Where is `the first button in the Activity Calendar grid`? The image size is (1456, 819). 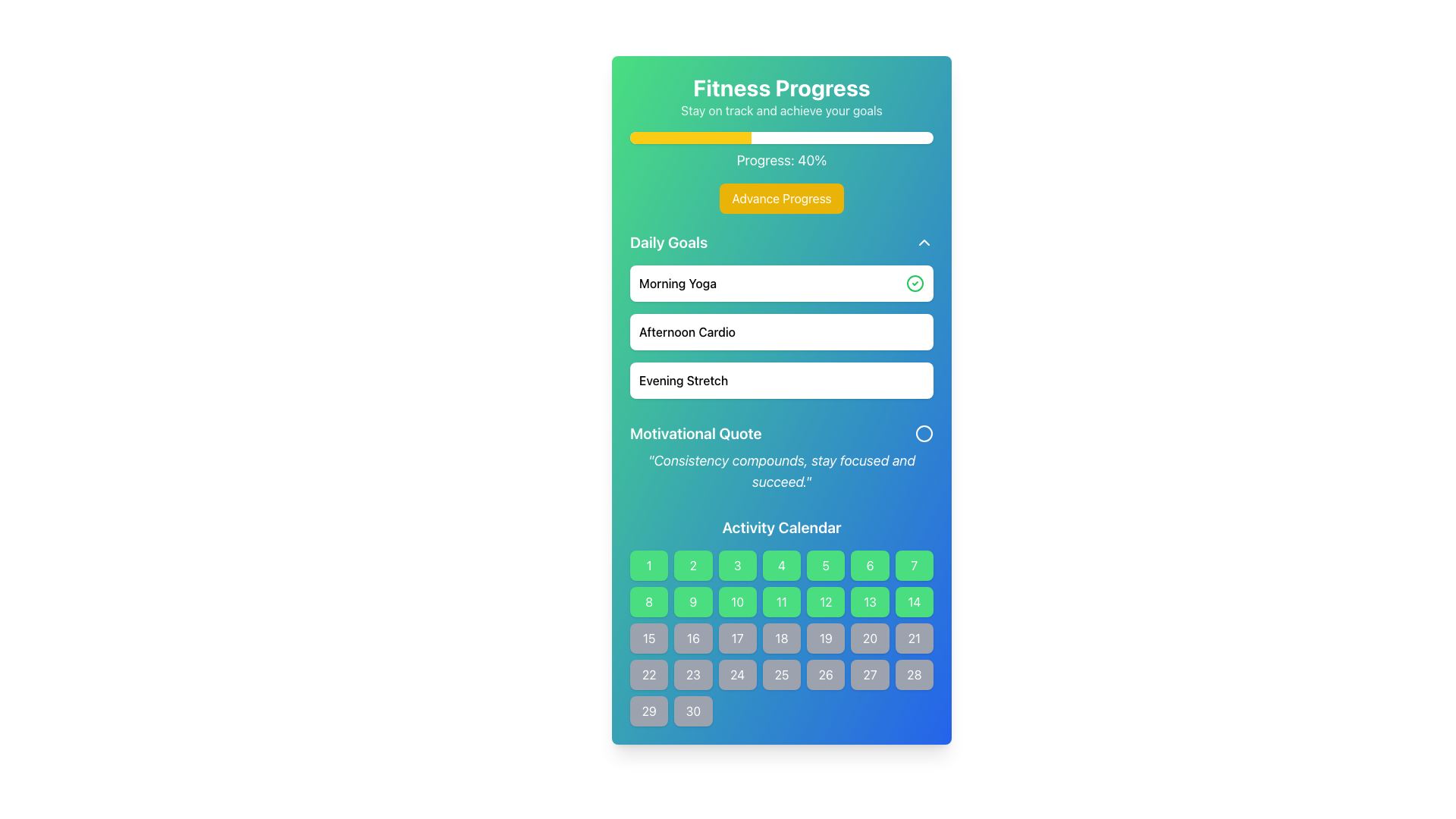 the first button in the Activity Calendar grid is located at coordinates (649, 565).